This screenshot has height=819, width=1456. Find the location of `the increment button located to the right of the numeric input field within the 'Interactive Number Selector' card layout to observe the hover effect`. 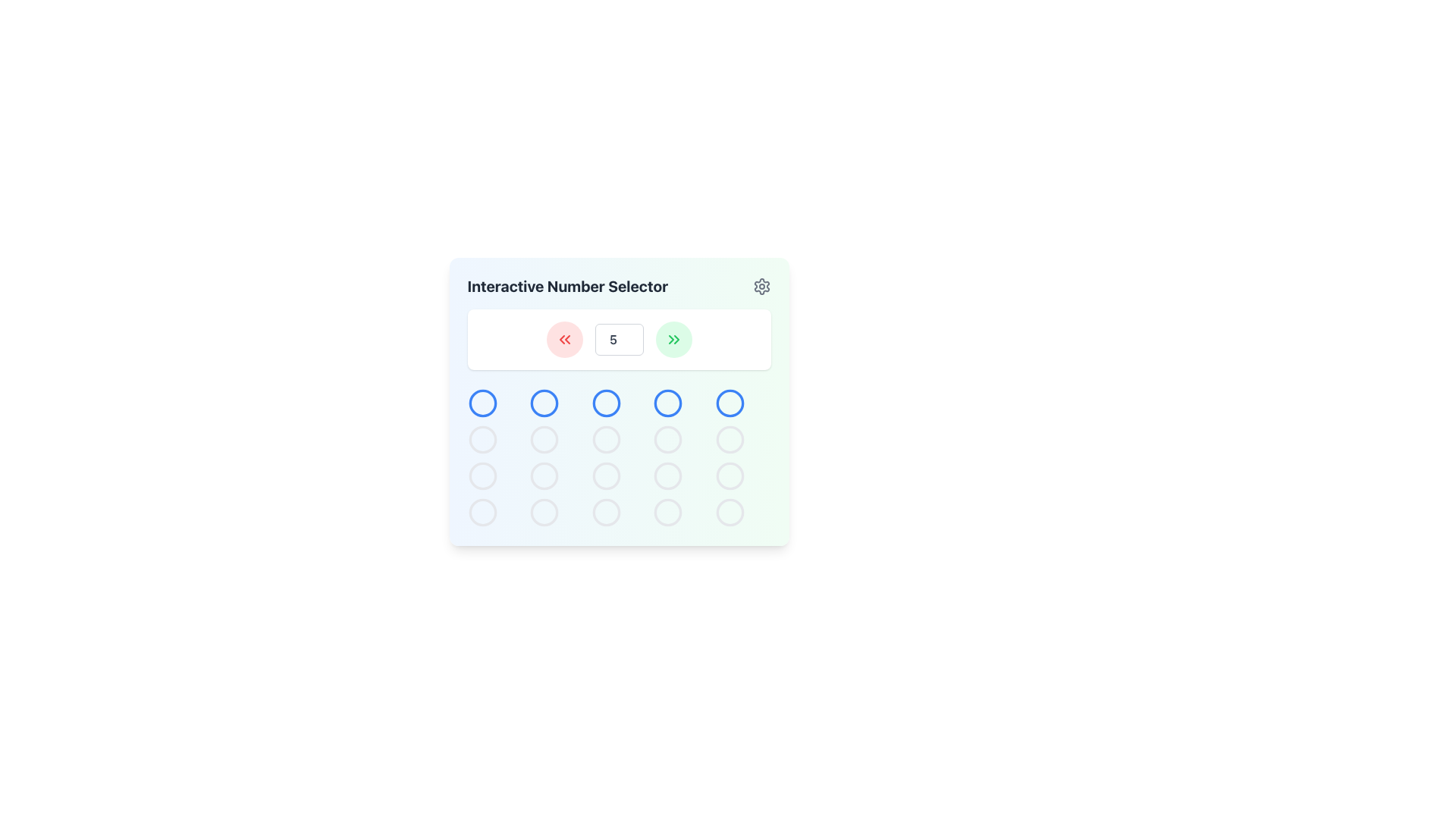

the increment button located to the right of the numeric input field within the 'Interactive Number Selector' card layout to observe the hover effect is located at coordinates (673, 338).